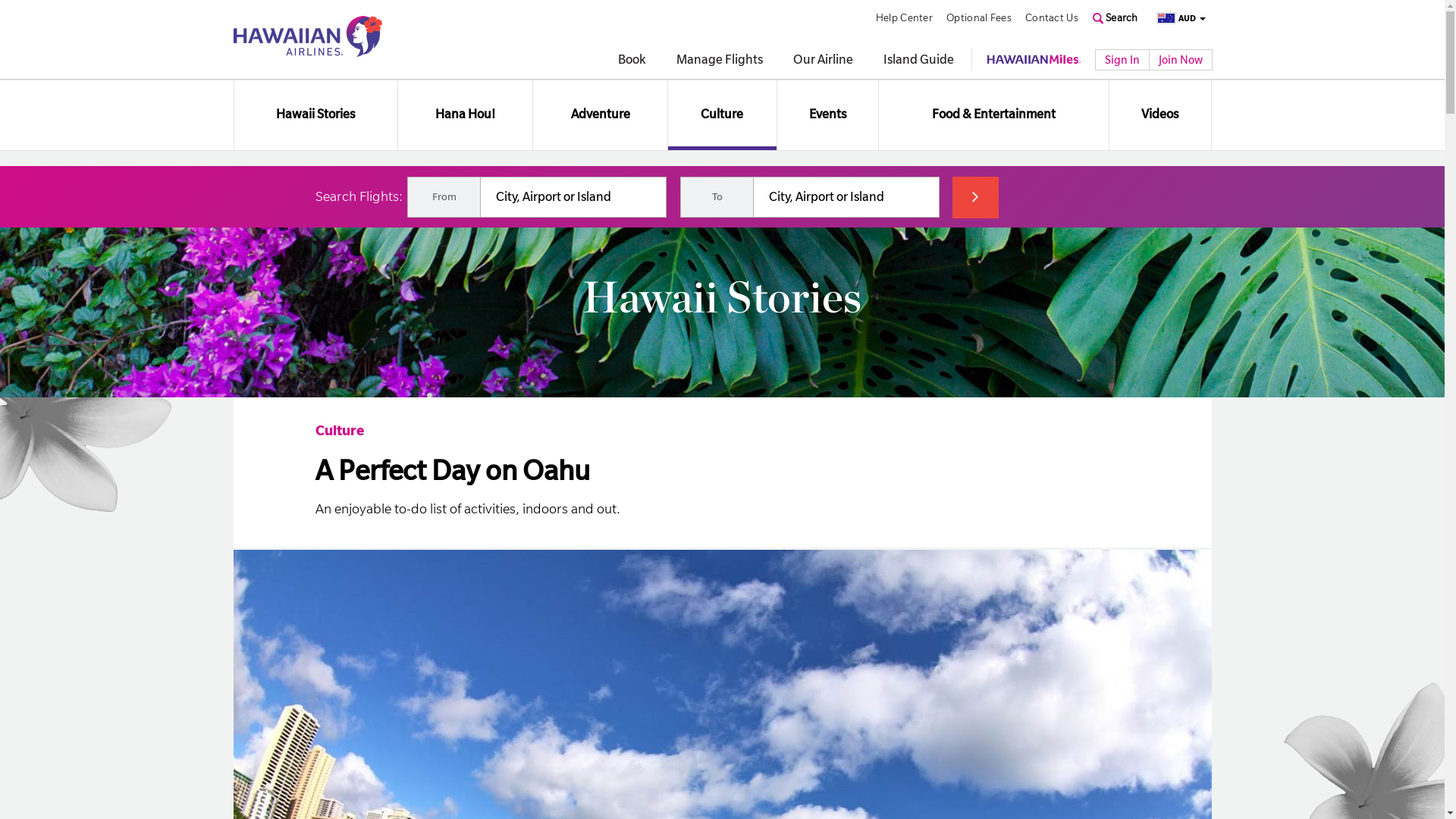  Describe the element at coordinates (631, 61) in the screenshot. I see `'Book'` at that location.